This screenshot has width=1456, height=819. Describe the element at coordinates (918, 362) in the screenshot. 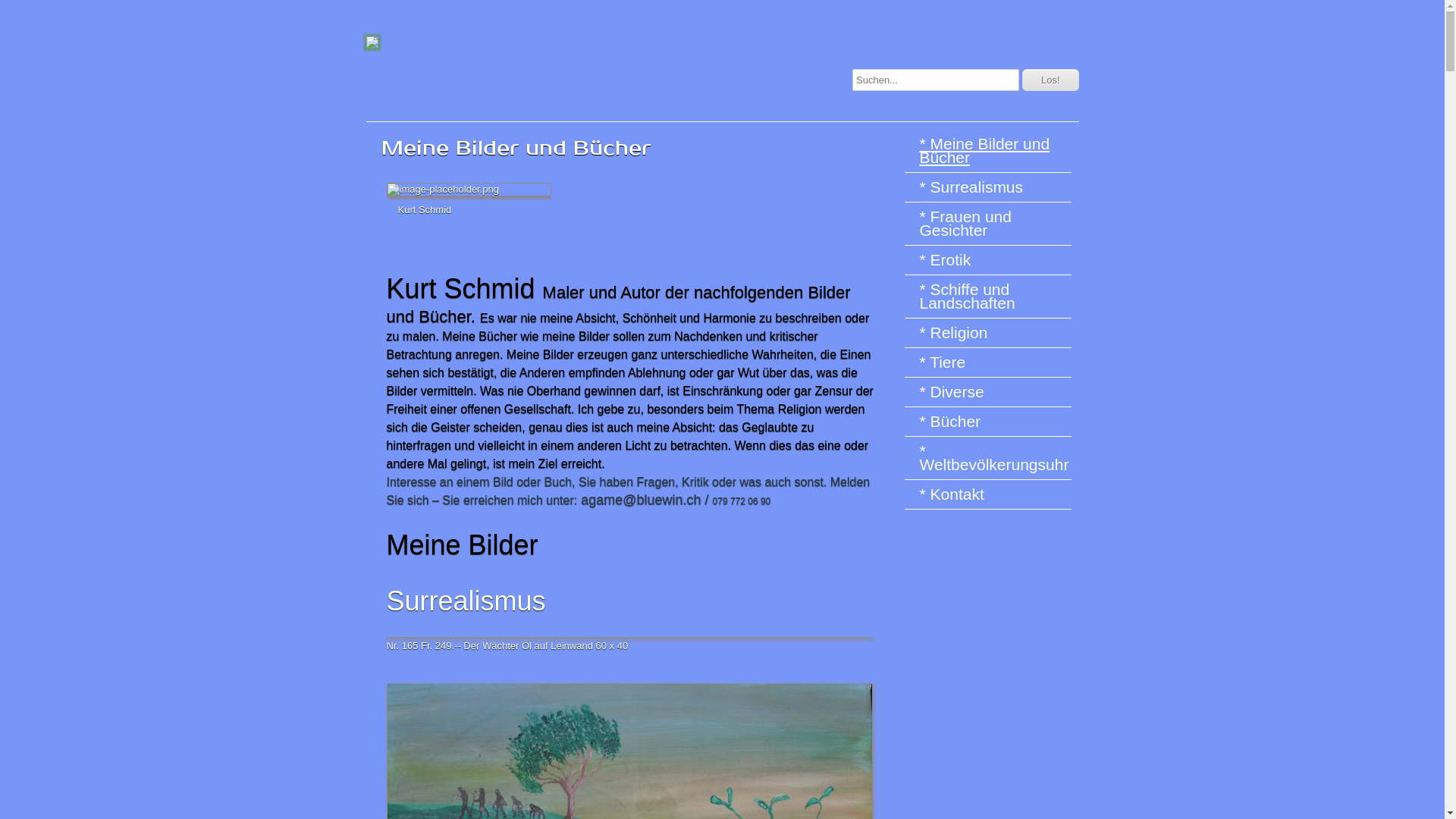

I see `'Tiere'` at that location.